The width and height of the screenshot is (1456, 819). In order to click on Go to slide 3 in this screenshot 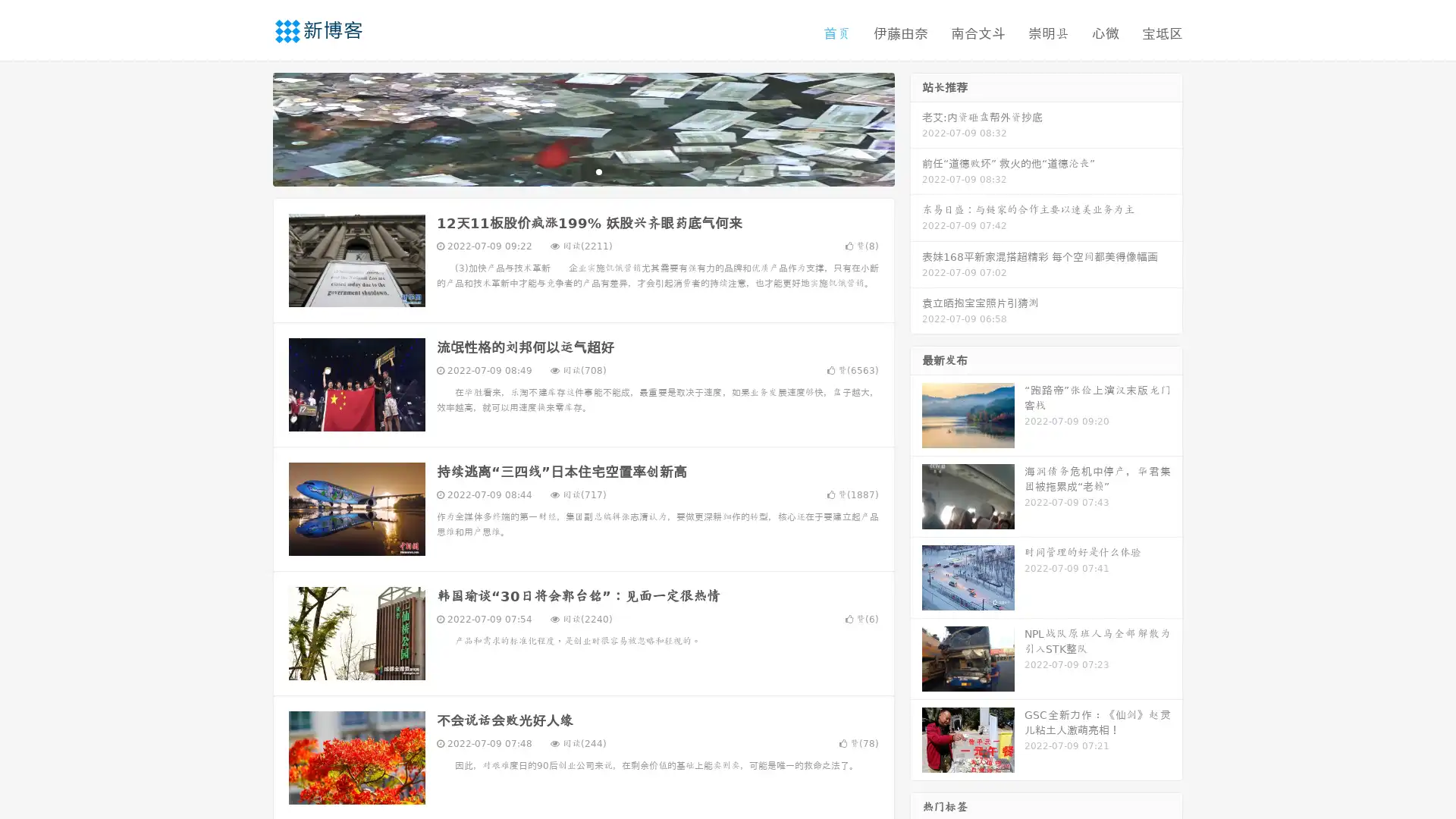, I will do `click(598, 171)`.